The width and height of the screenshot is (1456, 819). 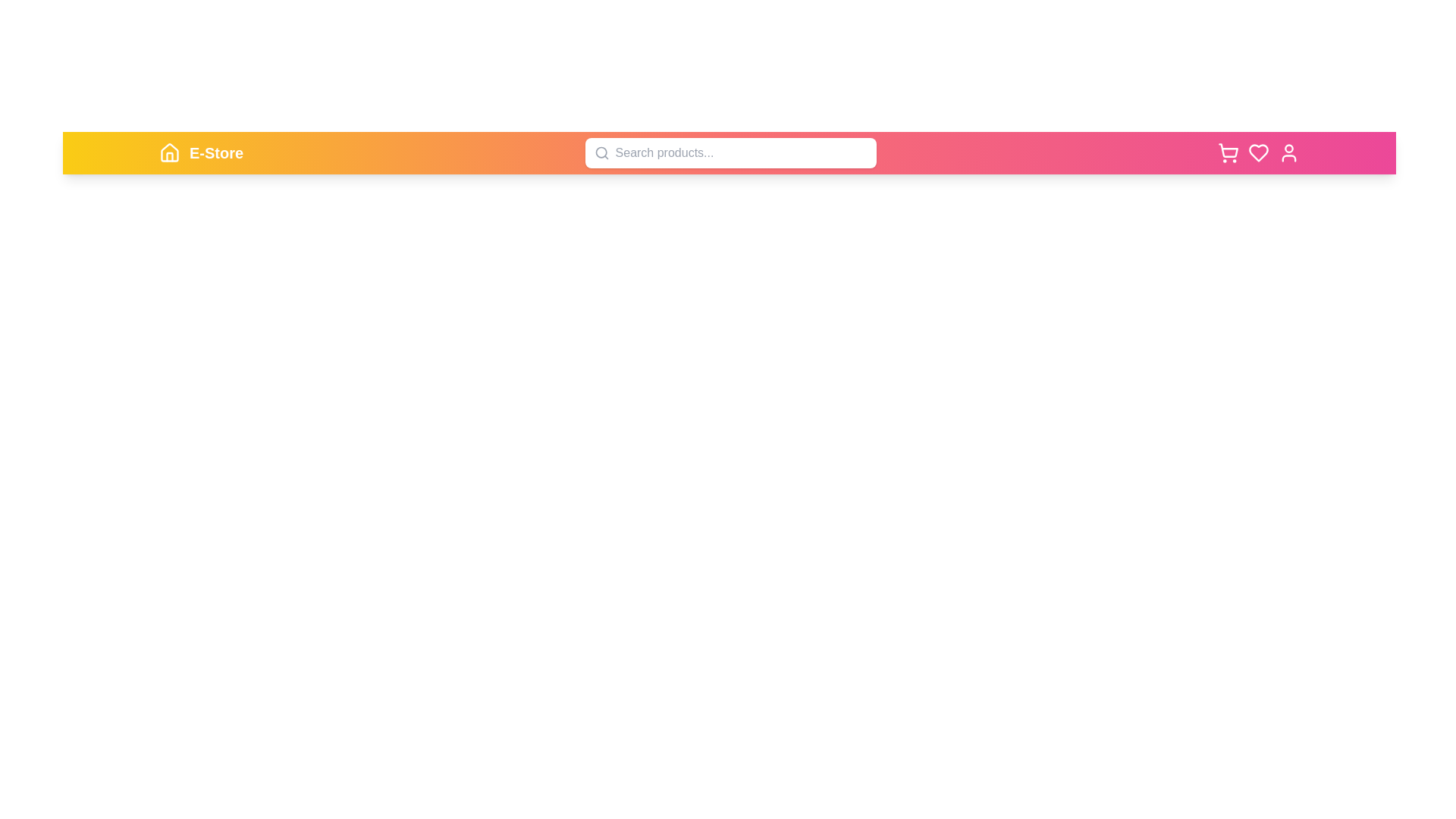 What do you see at coordinates (170, 152) in the screenshot?
I see `the home icon to navigate to the home page` at bounding box center [170, 152].